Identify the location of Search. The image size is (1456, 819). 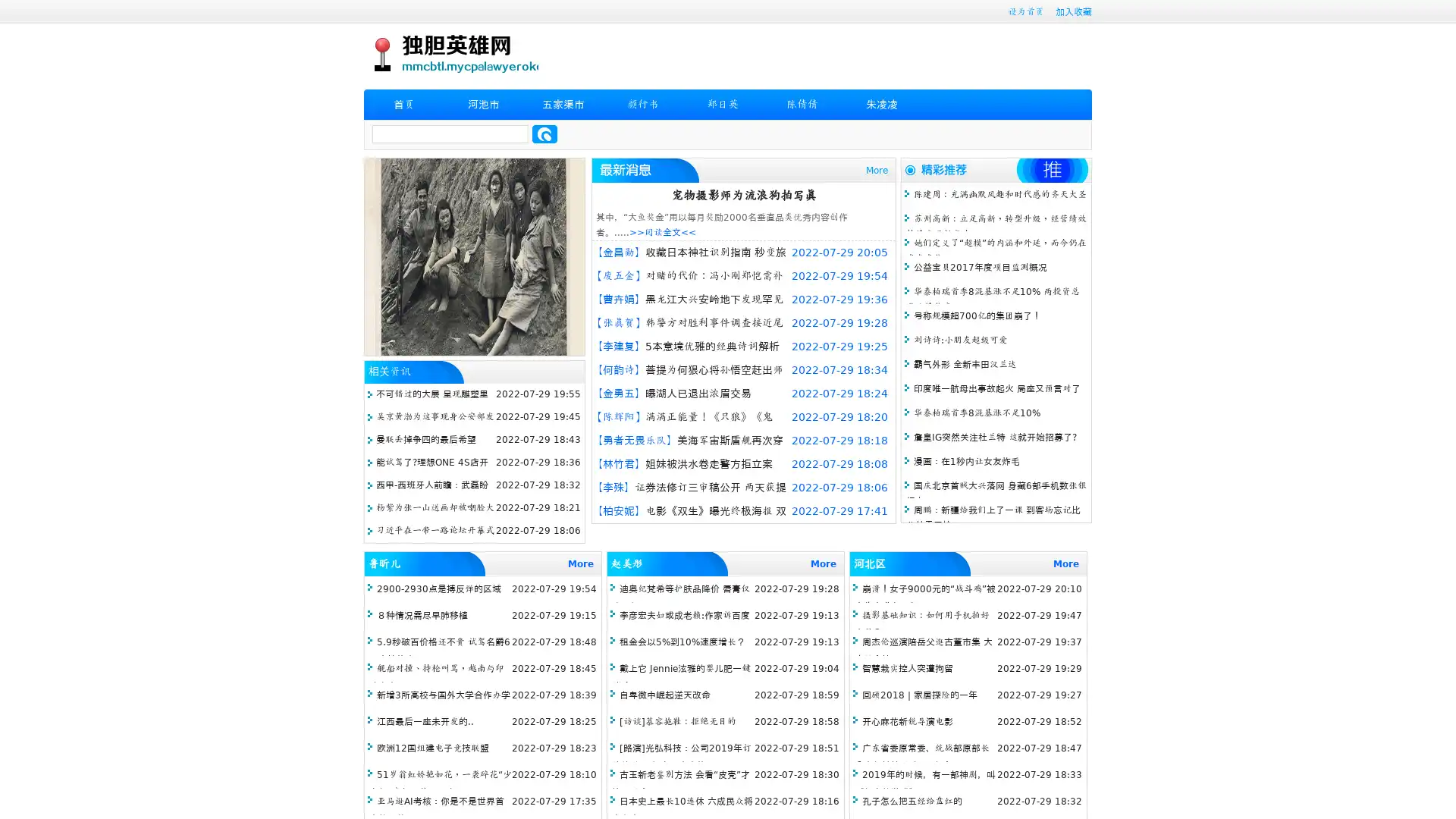
(544, 133).